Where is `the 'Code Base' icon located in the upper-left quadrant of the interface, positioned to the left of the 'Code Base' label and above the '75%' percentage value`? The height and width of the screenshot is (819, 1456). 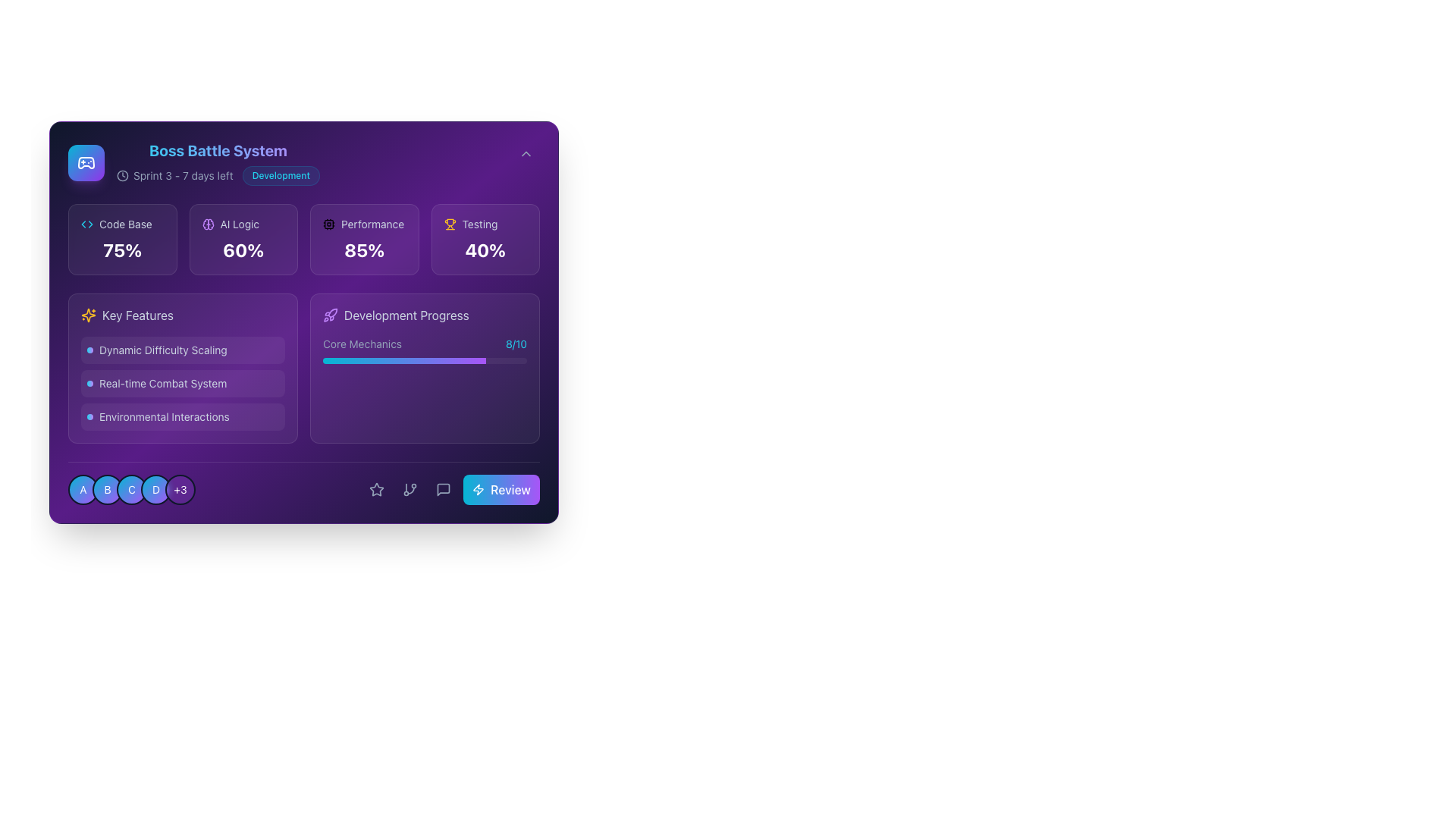 the 'Code Base' icon located in the upper-left quadrant of the interface, positioned to the left of the 'Code Base' label and above the '75%' percentage value is located at coordinates (86, 224).